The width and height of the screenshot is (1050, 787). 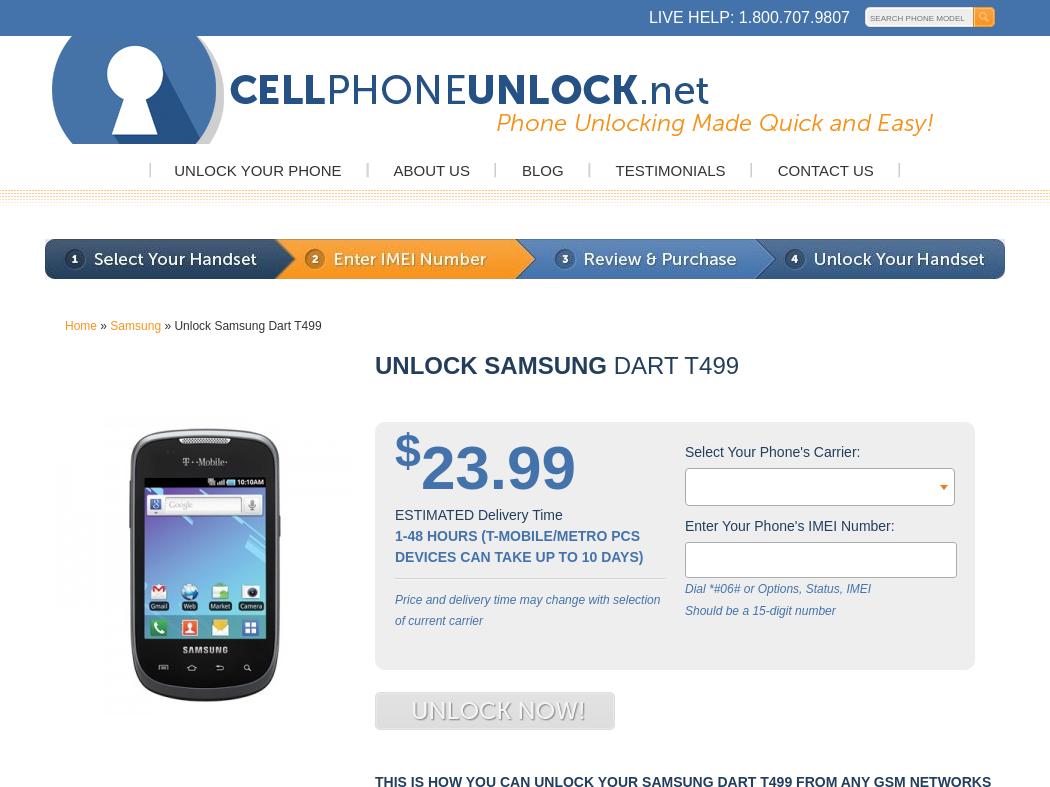 I want to click on '$', so click(x=407, y=451).